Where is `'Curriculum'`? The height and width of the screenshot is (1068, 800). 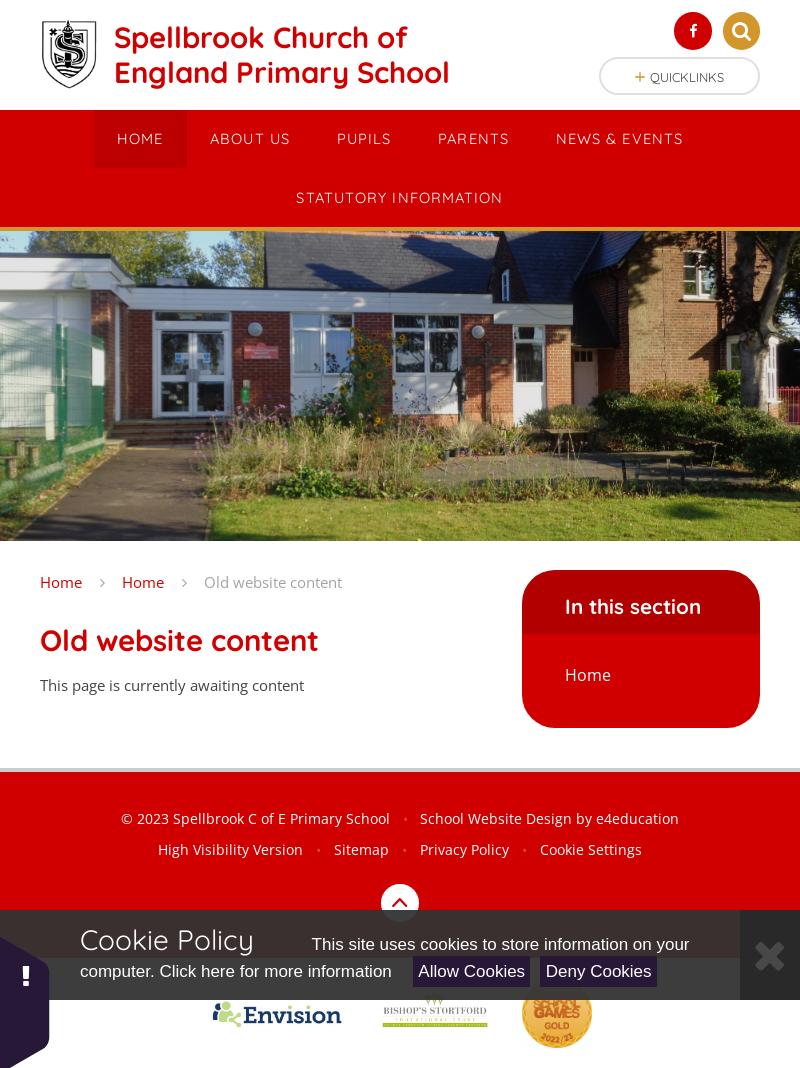
'Curriculum' is located at coordinates (332, 211).